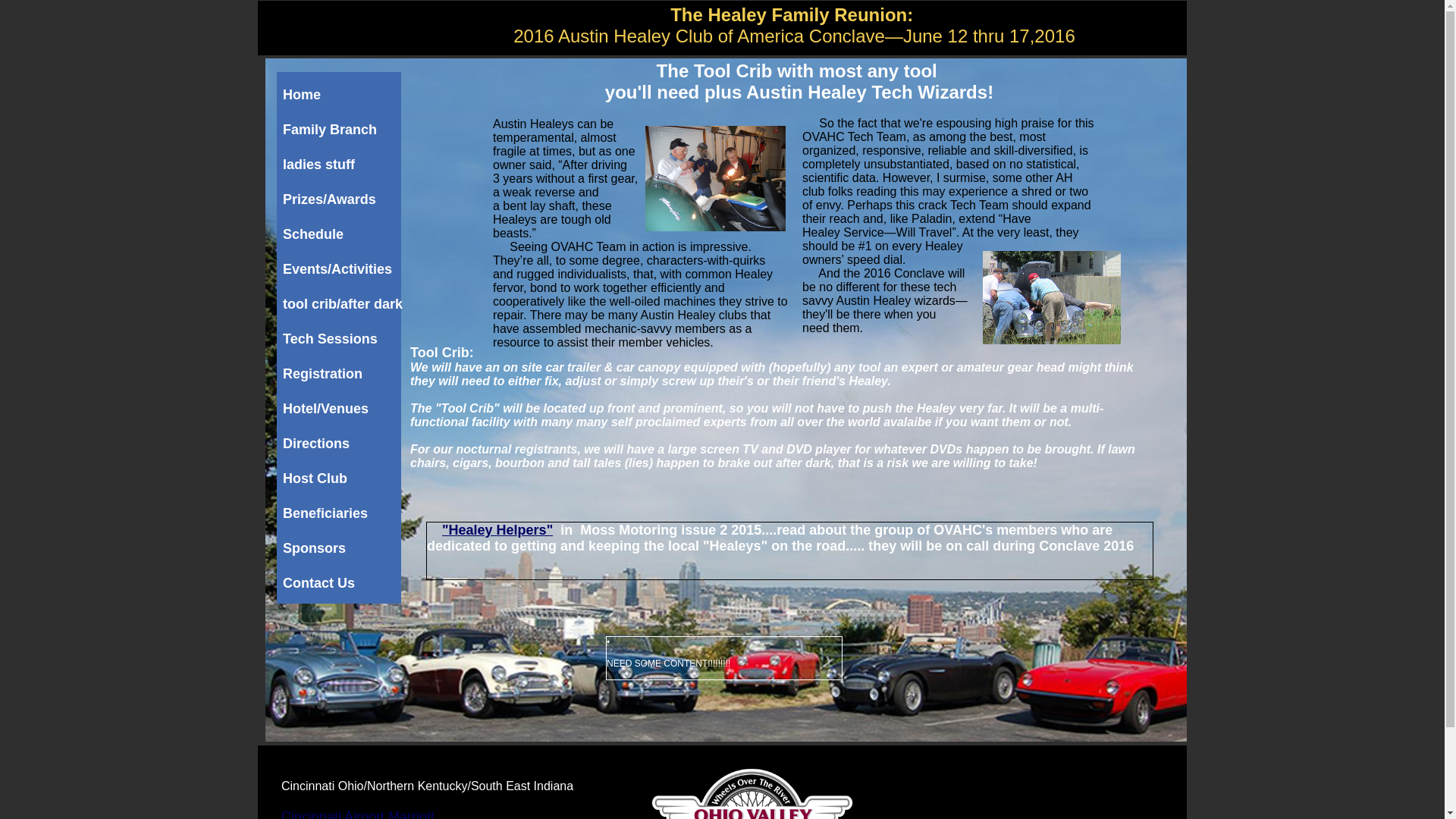 The width and height of the screenshot is (1456, 819). Describe the element at coordinates (341, 338) in the screenshot. I see `'Tech Sessions'` at that location.